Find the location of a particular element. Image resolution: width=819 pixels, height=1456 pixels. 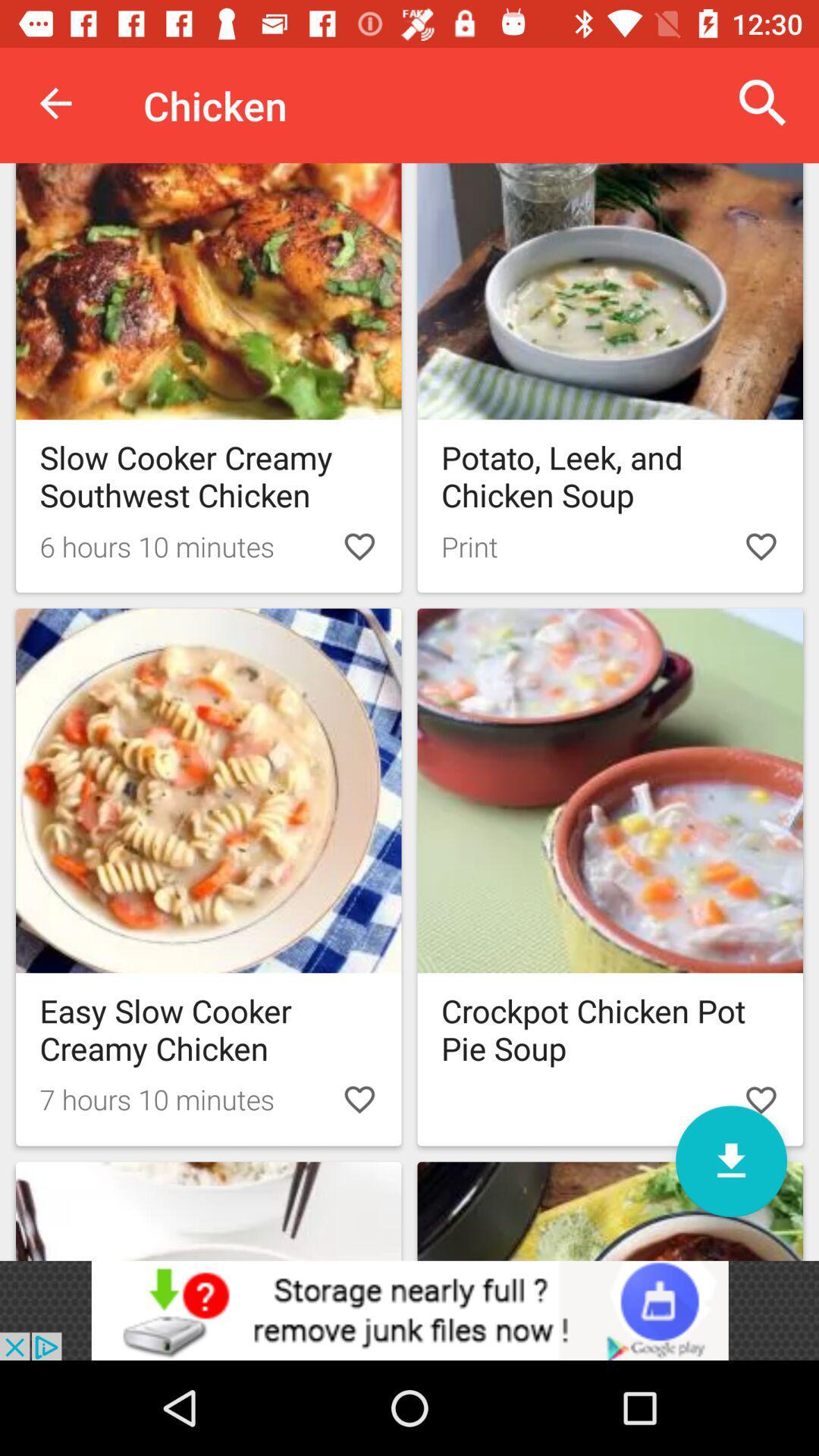

the file_download icon is located at coordinates (730, 1160).